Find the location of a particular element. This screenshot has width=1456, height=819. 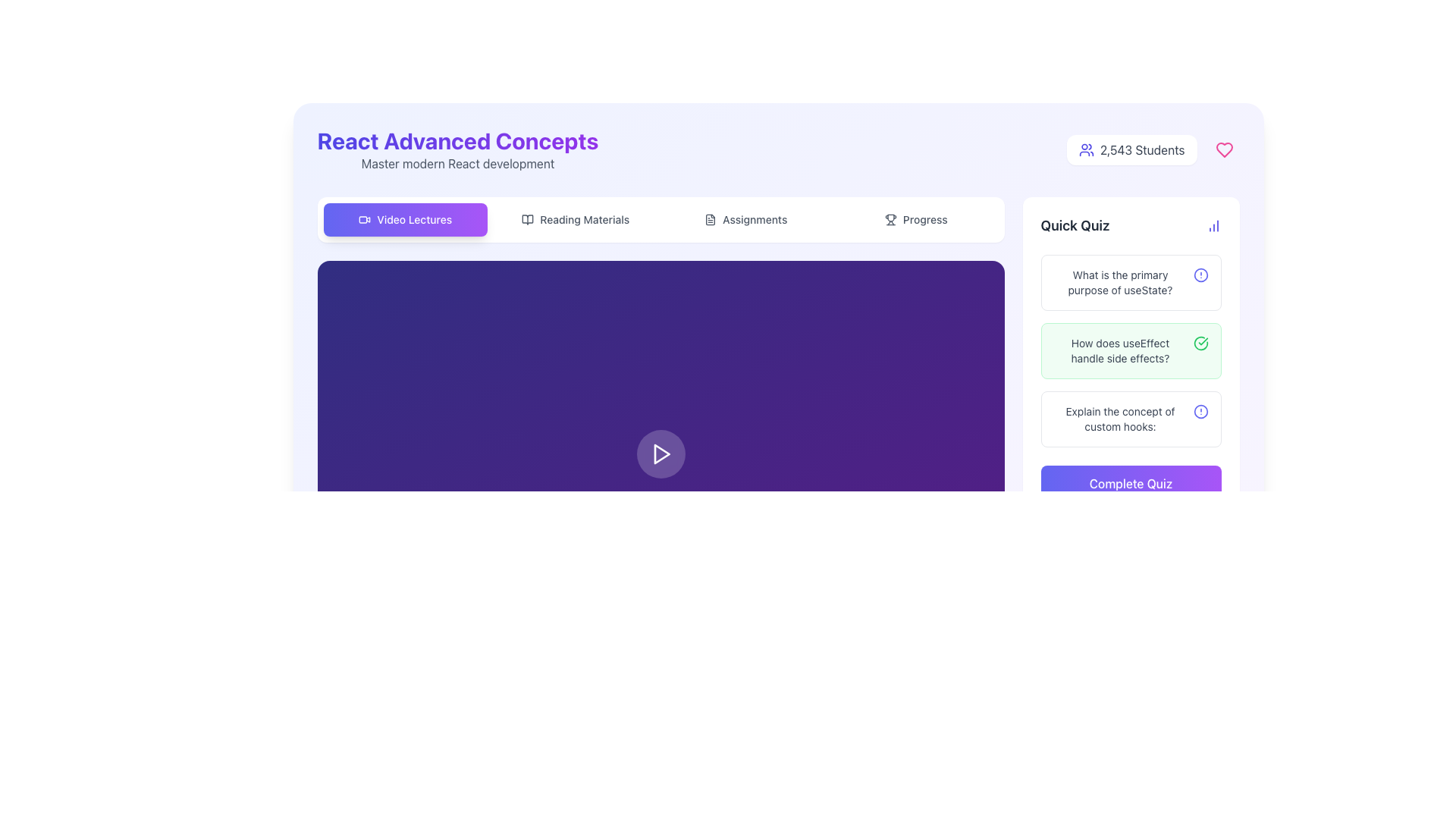

the group of people icon that represents '2,543 Students' located at the top right section of the interface is located at coordinates (1085, 149).